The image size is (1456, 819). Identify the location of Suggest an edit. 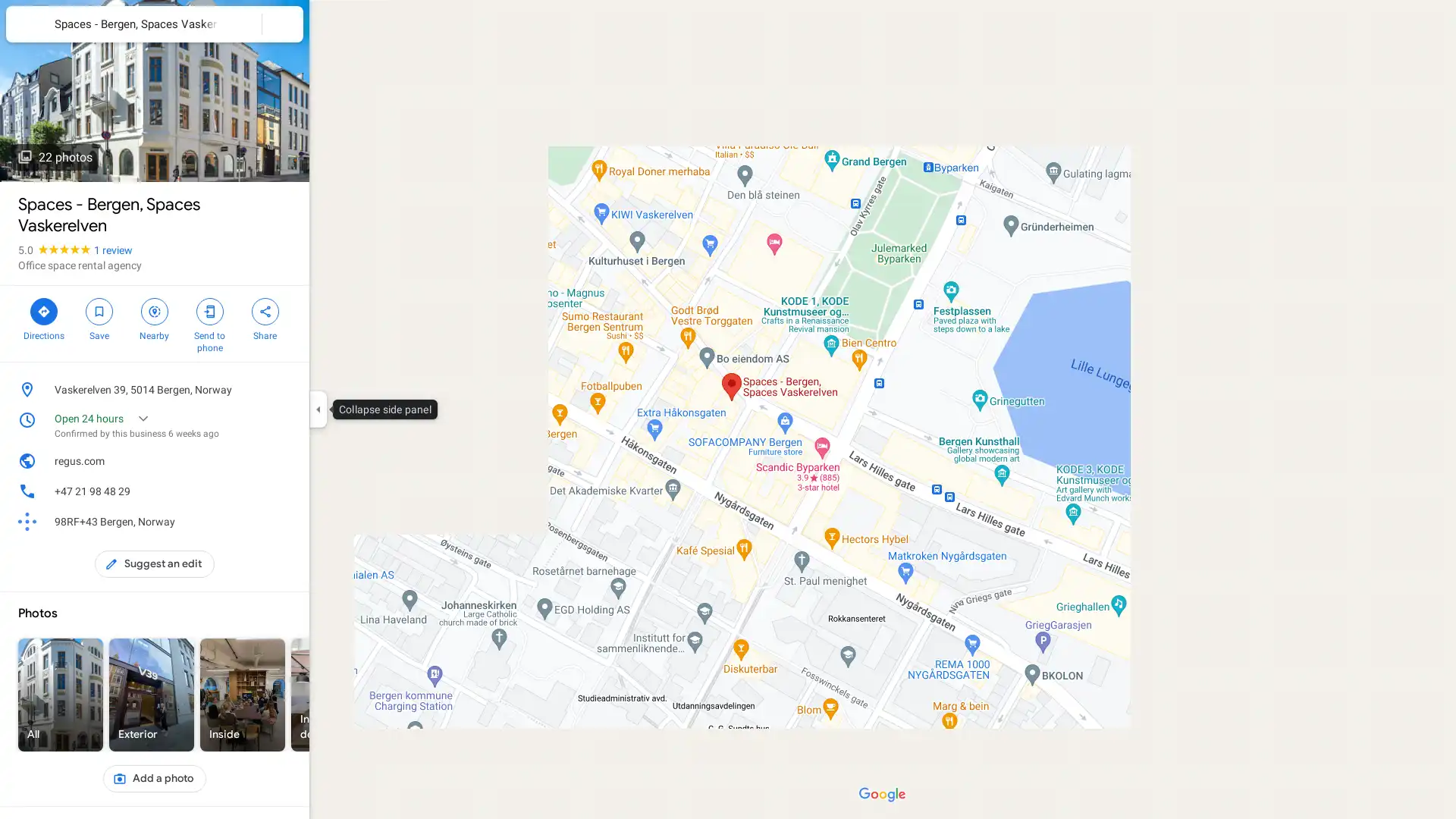
(155, 564).